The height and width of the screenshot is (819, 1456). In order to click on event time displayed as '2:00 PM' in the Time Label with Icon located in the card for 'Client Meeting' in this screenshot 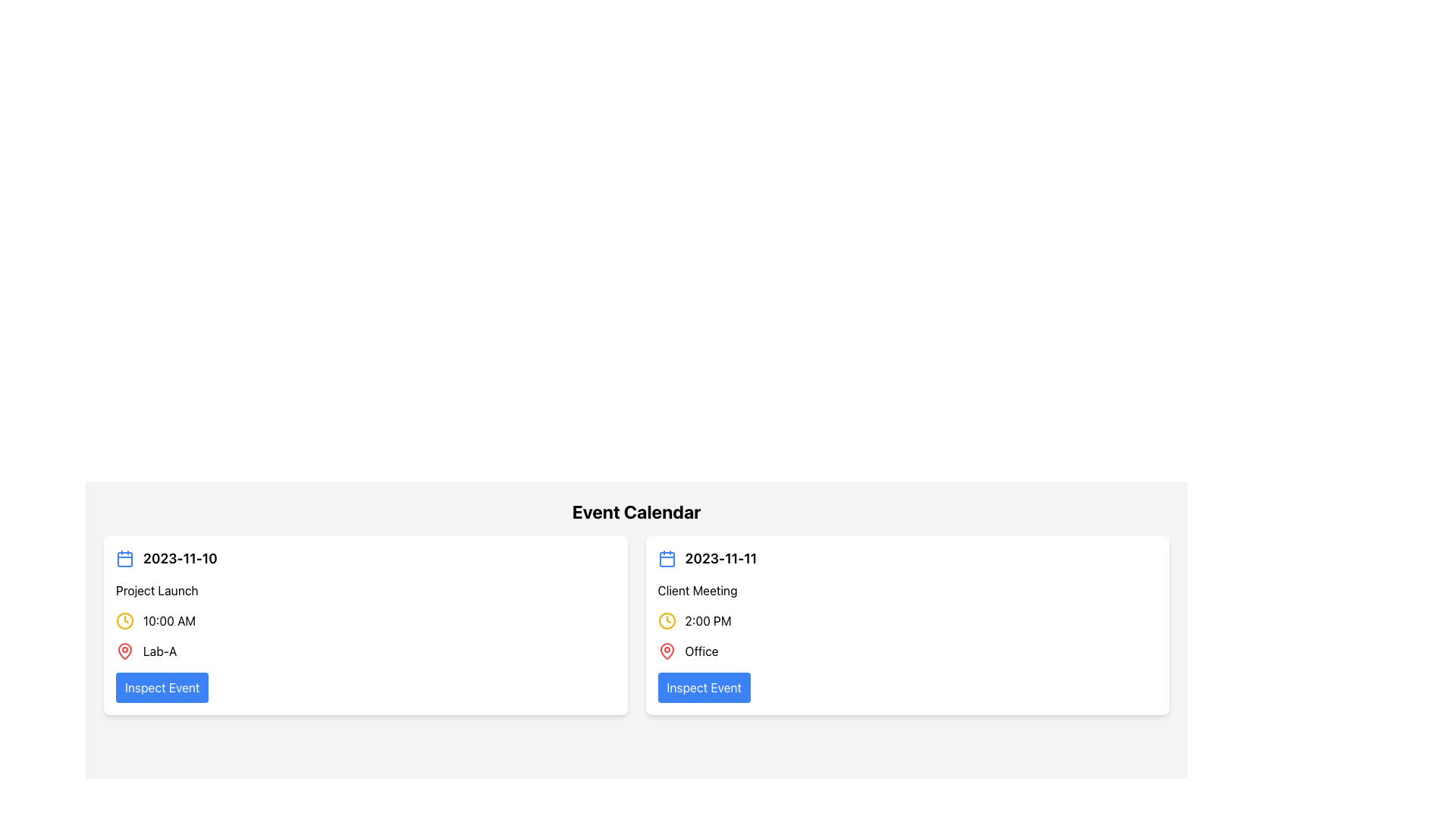, I will do `click(694, 620)`.